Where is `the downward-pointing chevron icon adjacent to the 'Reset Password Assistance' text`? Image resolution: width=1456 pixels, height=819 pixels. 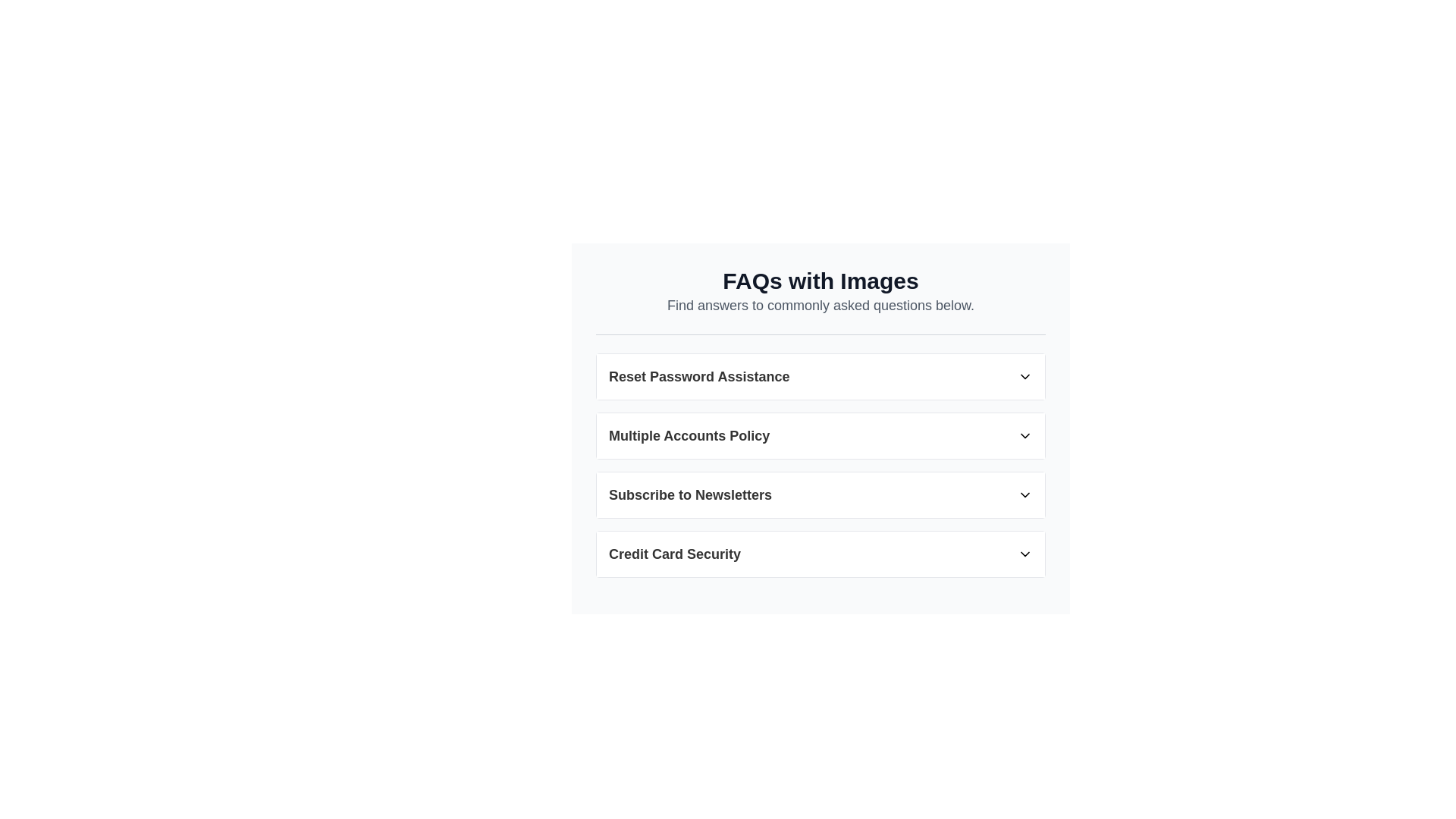
the downward-pointing chevron icon adjacent to the 'Reset Password Assistance' text is located at coordinates (1025, 376).